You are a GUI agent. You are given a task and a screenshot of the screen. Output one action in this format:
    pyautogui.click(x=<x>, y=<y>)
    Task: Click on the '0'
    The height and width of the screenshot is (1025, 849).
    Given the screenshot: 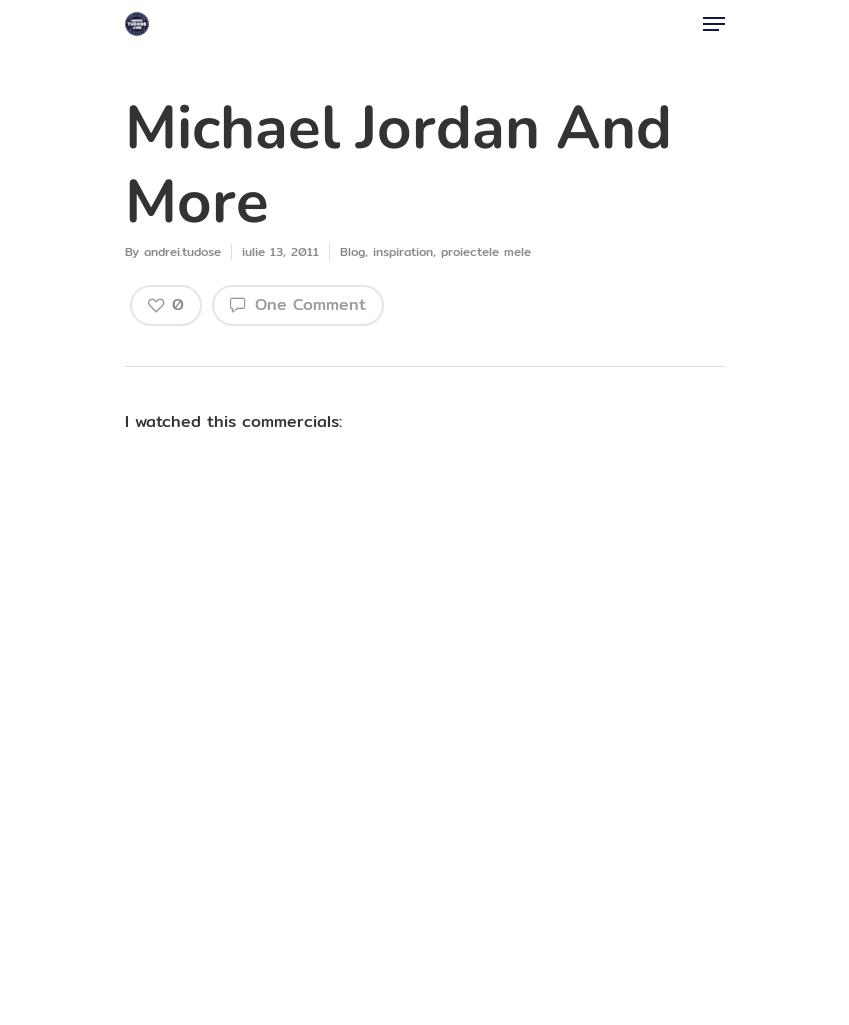 What is the action you would take?
    pyautogui.click(x=177, y=304)
    